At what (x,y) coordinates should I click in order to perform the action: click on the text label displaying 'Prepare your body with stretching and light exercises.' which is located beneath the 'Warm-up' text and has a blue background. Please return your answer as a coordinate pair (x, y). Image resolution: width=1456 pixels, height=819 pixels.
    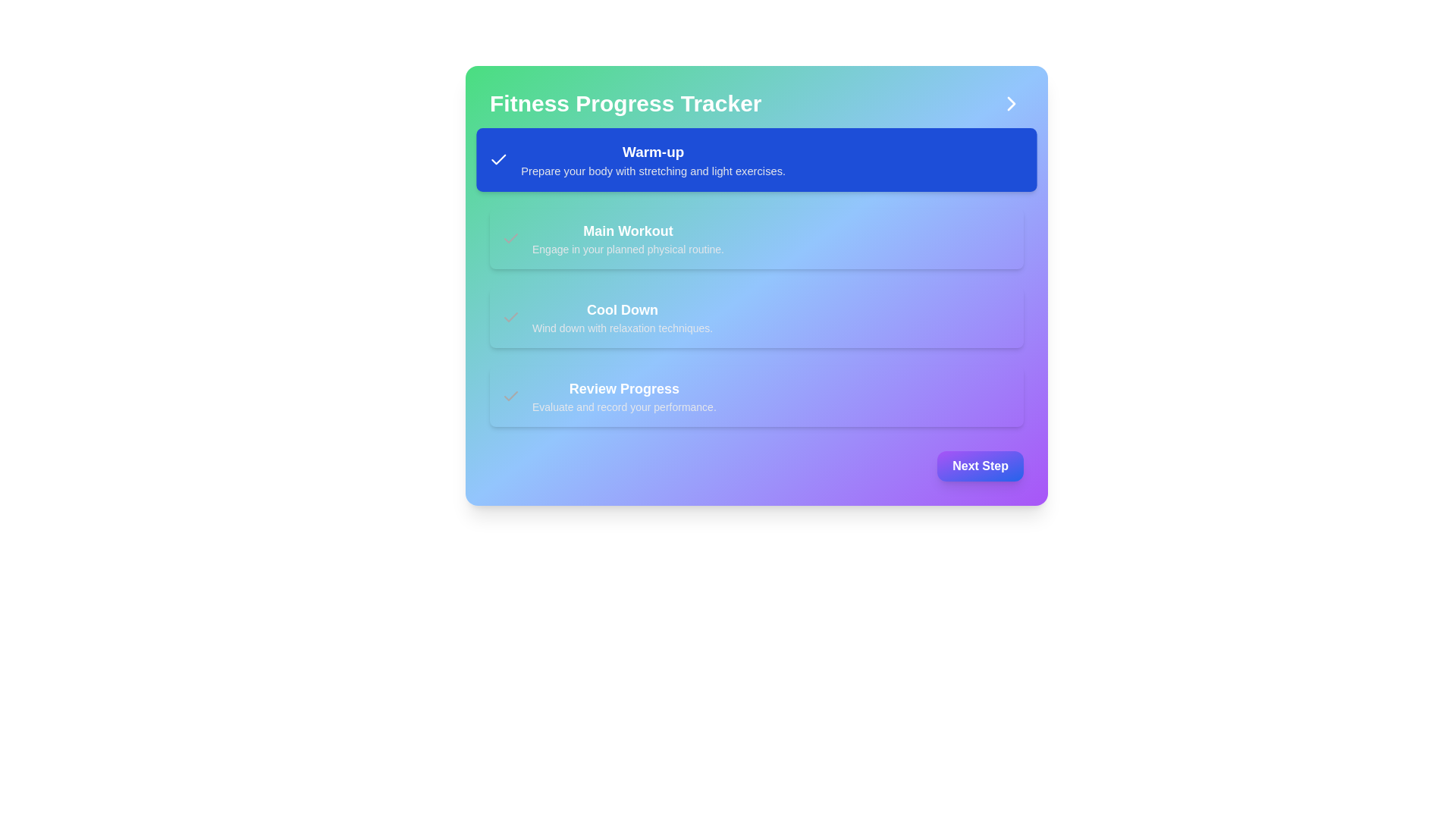
    Looking at the image, I should click on (653, 171).